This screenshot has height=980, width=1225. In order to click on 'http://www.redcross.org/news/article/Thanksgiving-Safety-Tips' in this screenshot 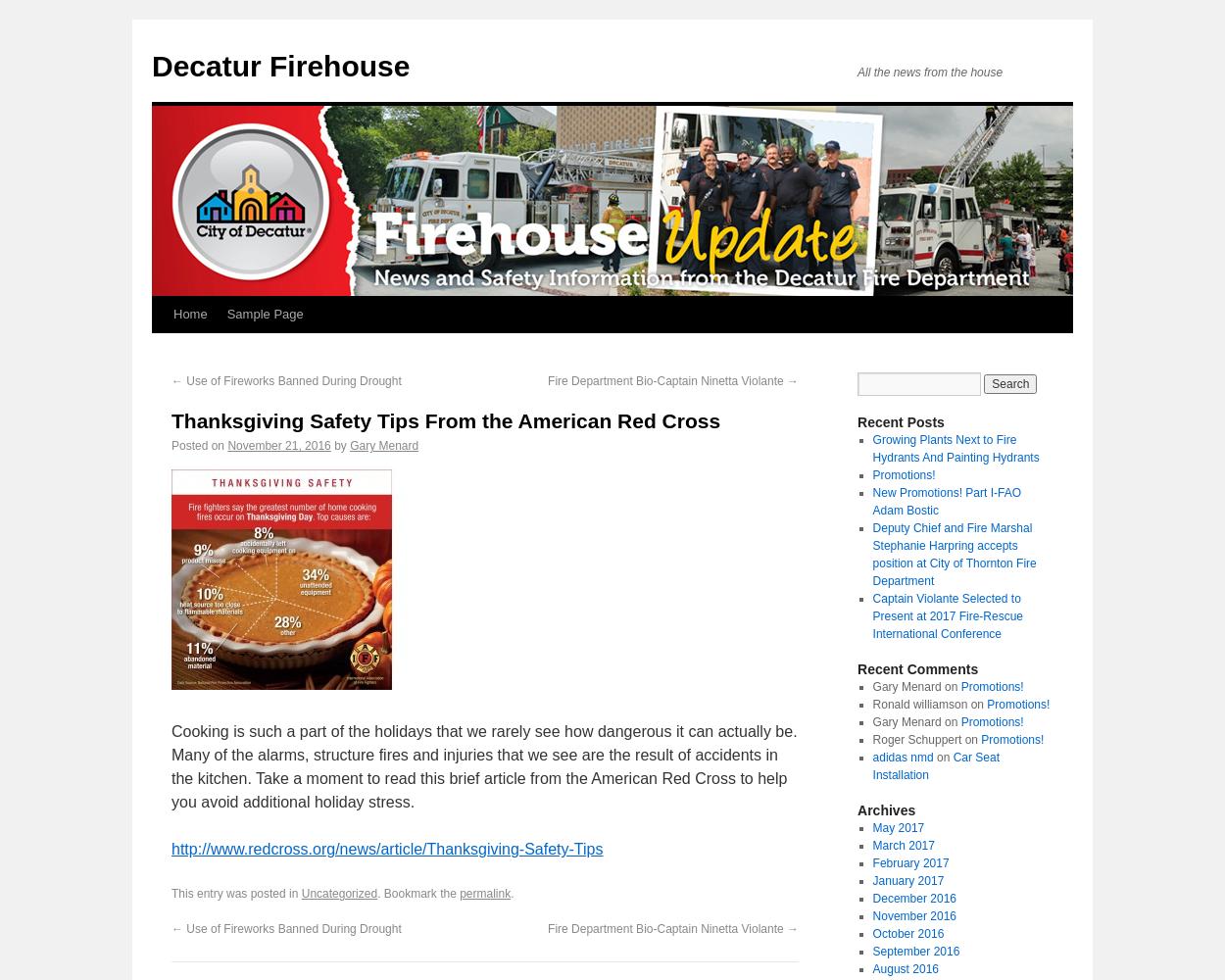, I will do `click(387, 848)`.